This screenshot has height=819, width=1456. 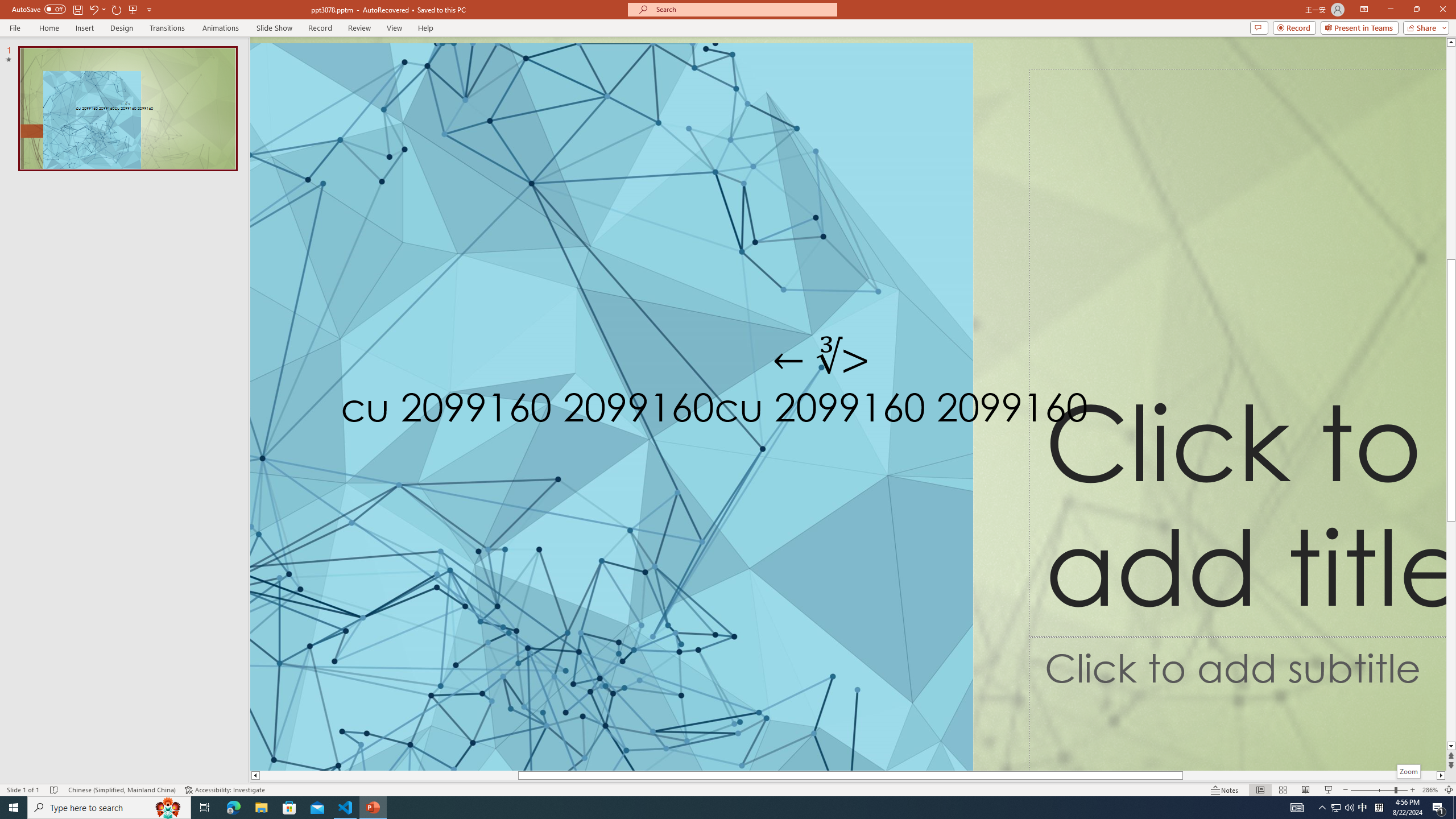 What do you see at coordinates (1430, 790) in the screenshot?
I see `'Zoom 286%'` at bounding box center [1430, 790].